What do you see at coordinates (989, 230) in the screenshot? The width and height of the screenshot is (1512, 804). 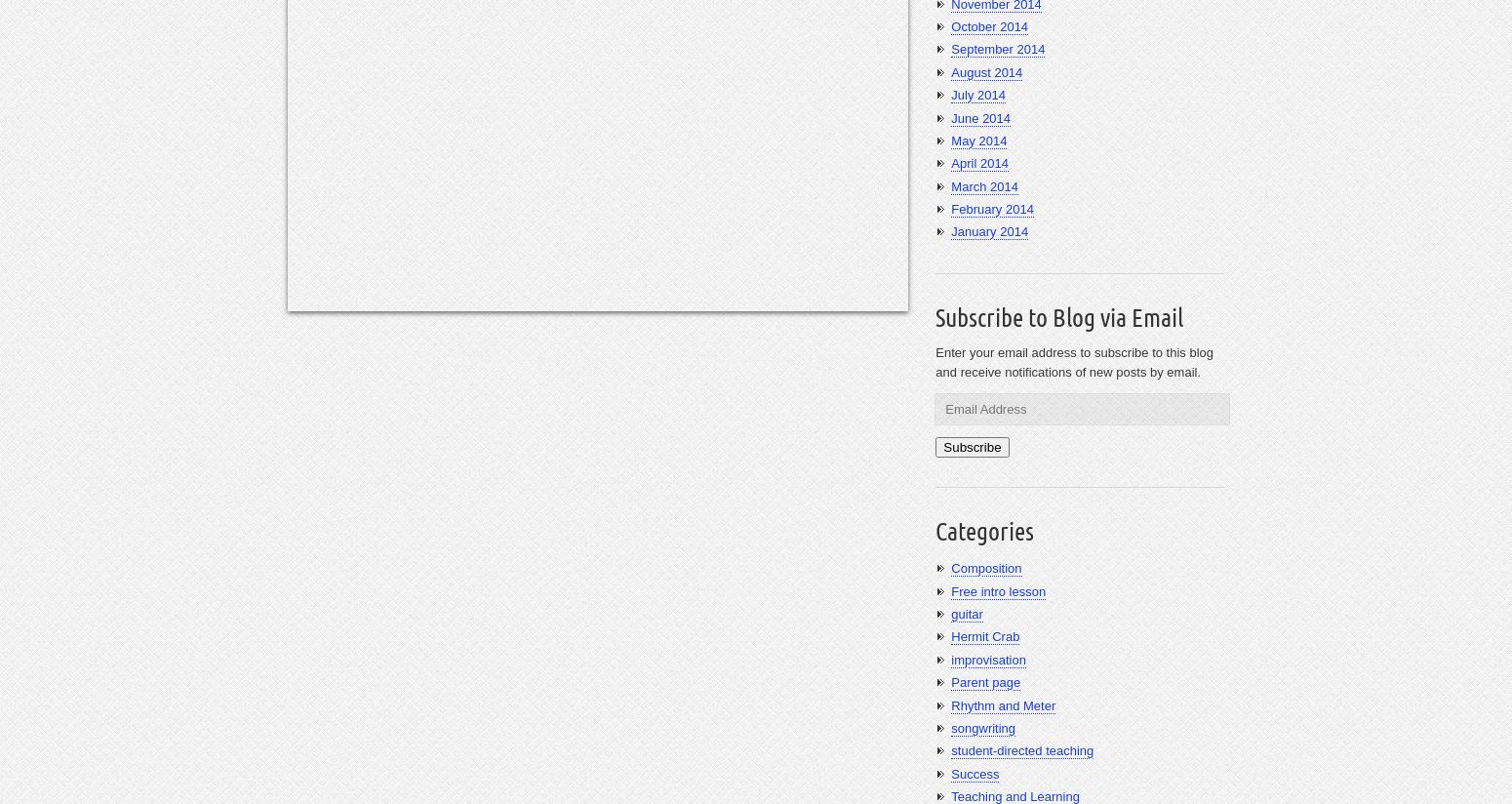 I see `'January 2014'` at bounding box center [989, 230].